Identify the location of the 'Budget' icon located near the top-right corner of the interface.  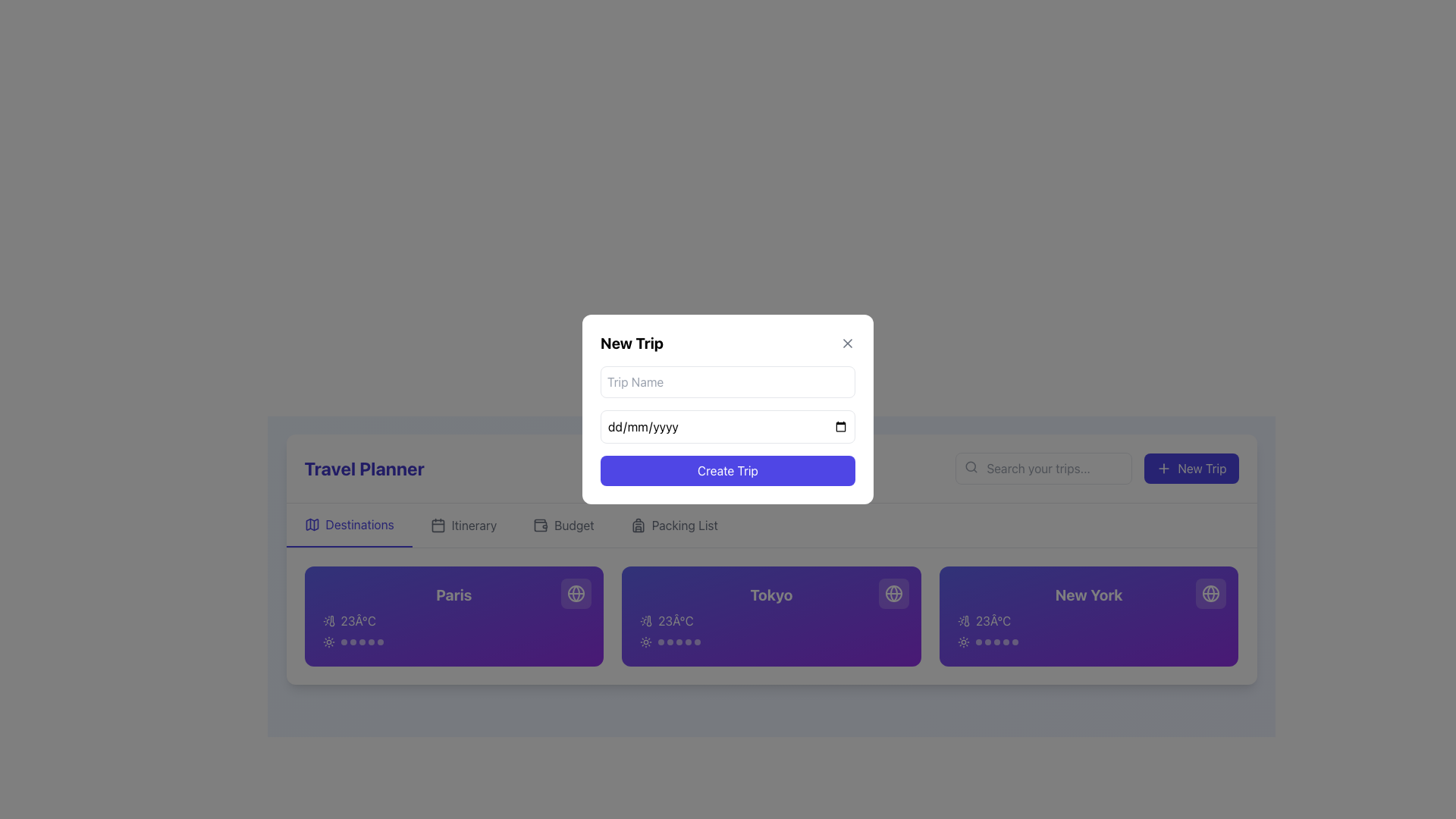
(541, 522).